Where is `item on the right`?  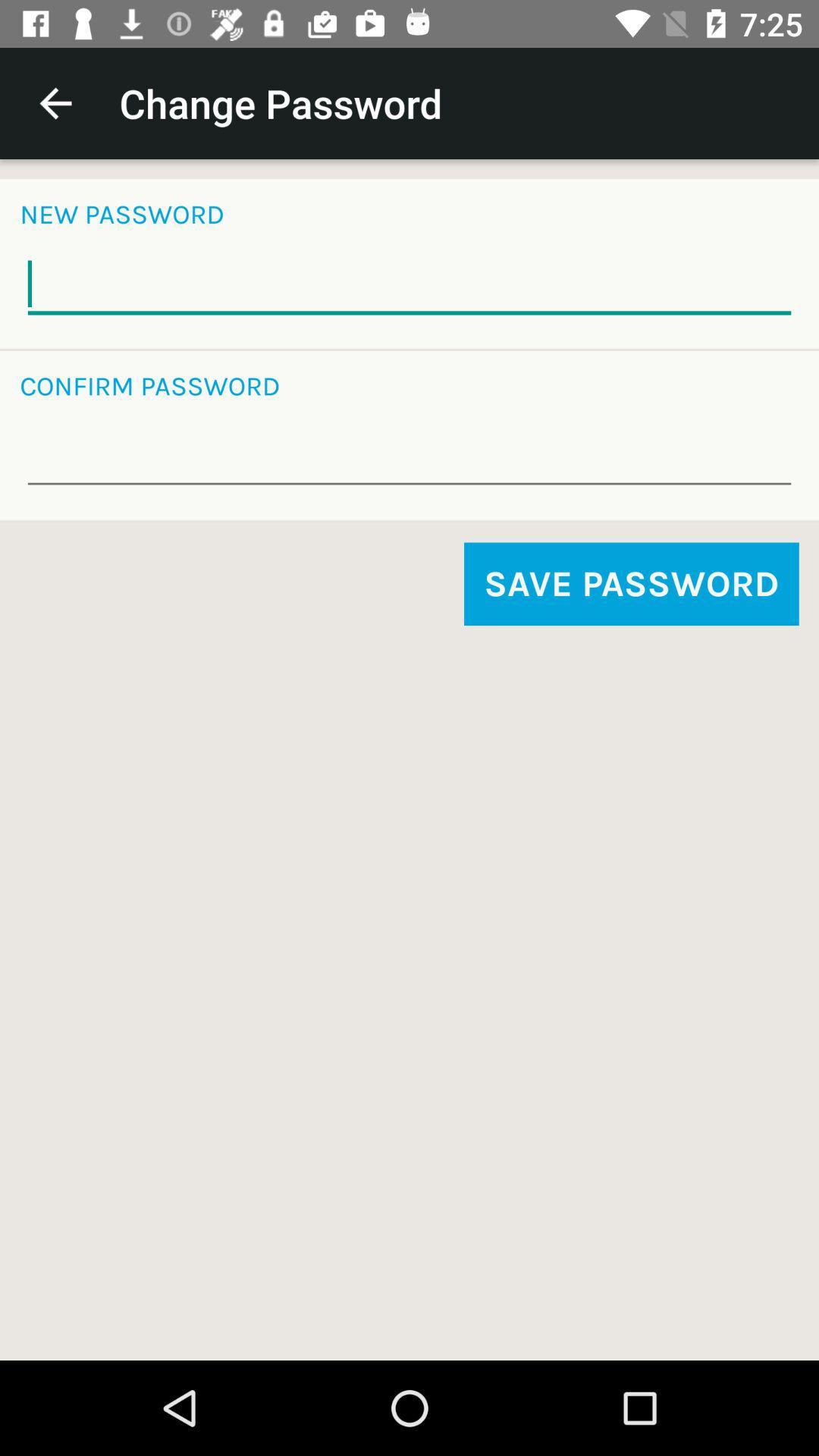
item on the right is located at coordinates (631, 583).